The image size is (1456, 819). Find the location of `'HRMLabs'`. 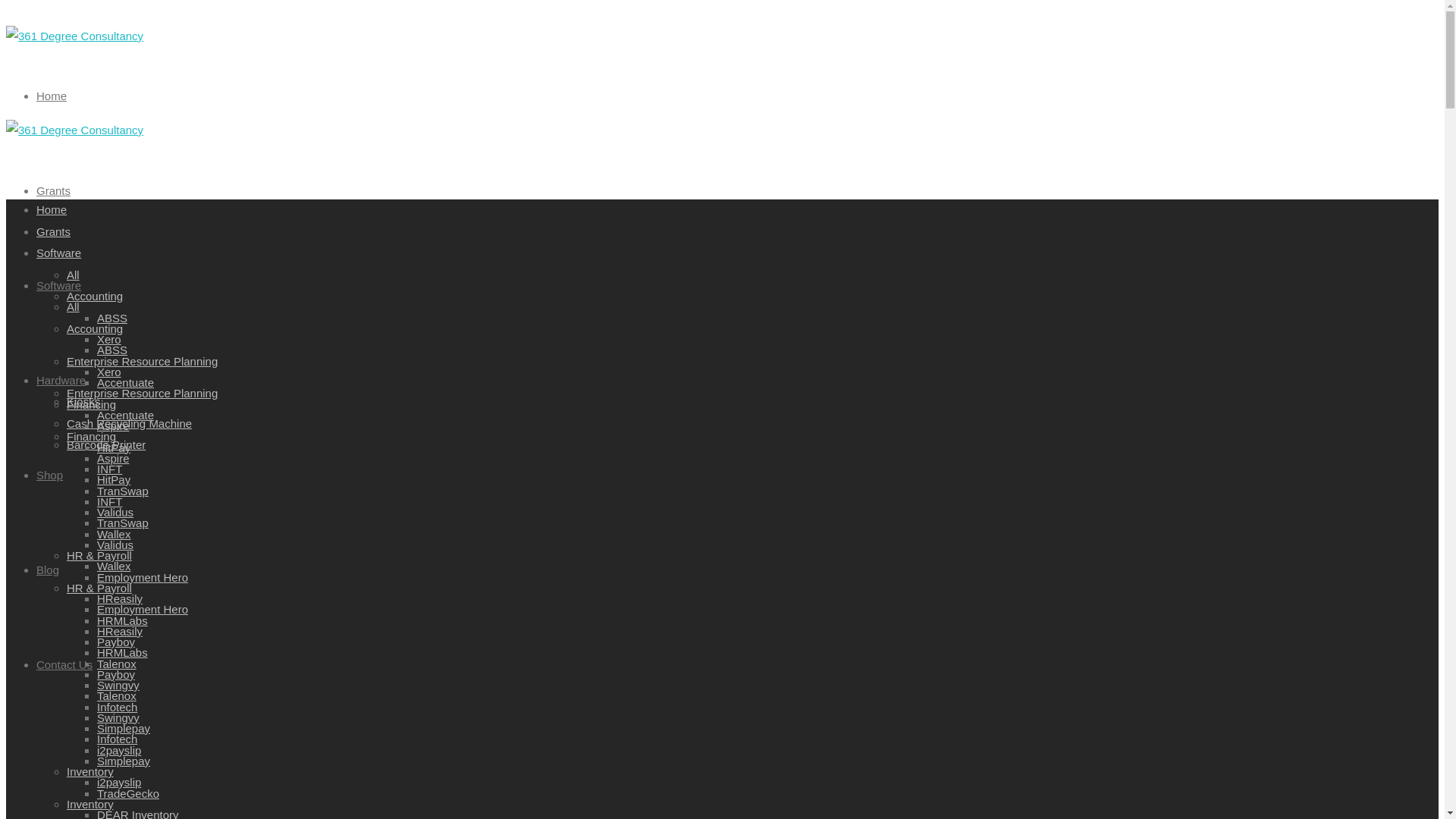

'HRMLabs' is located at coordinates (122, 620).